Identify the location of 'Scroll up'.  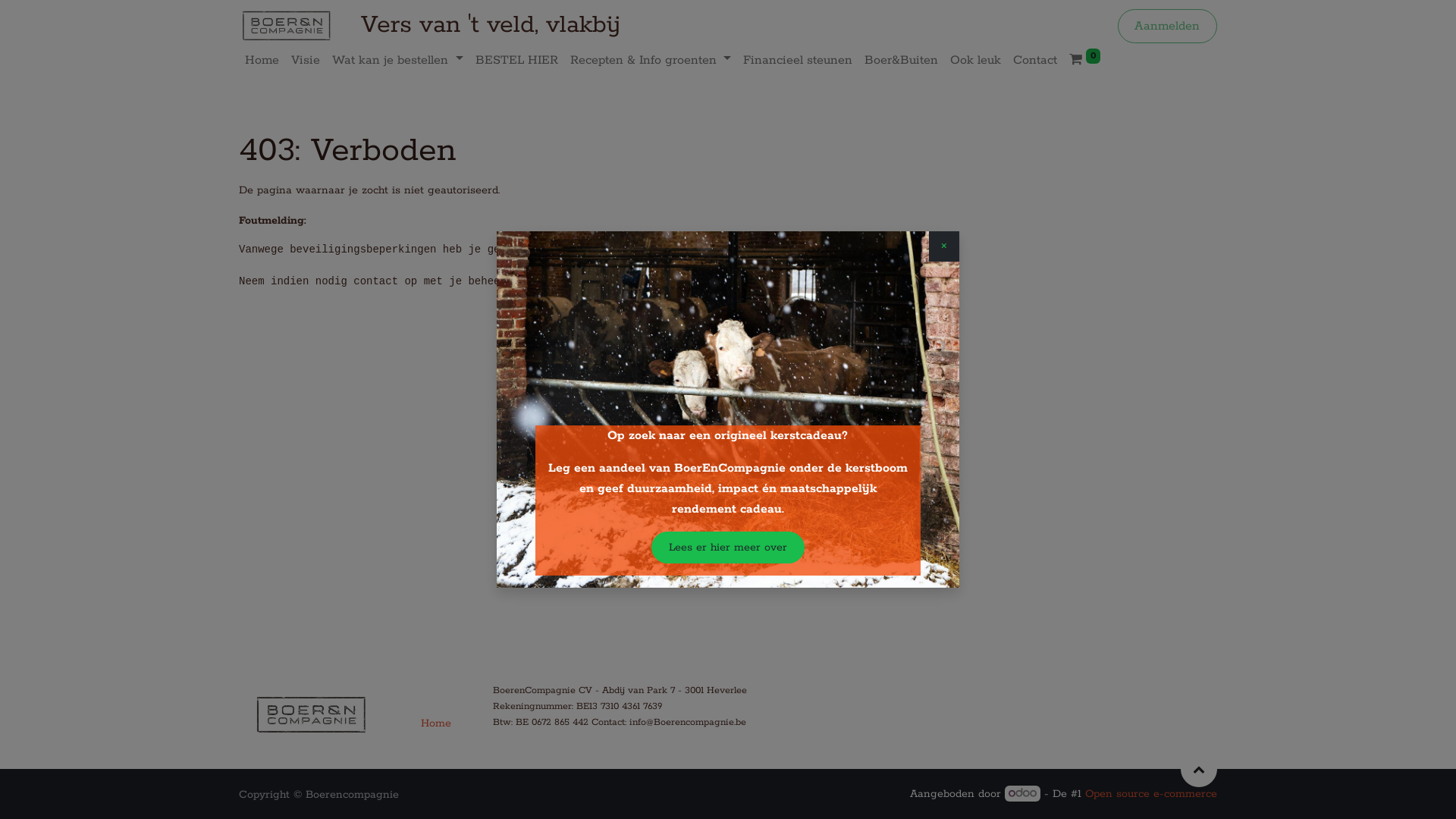
(1179, 769).